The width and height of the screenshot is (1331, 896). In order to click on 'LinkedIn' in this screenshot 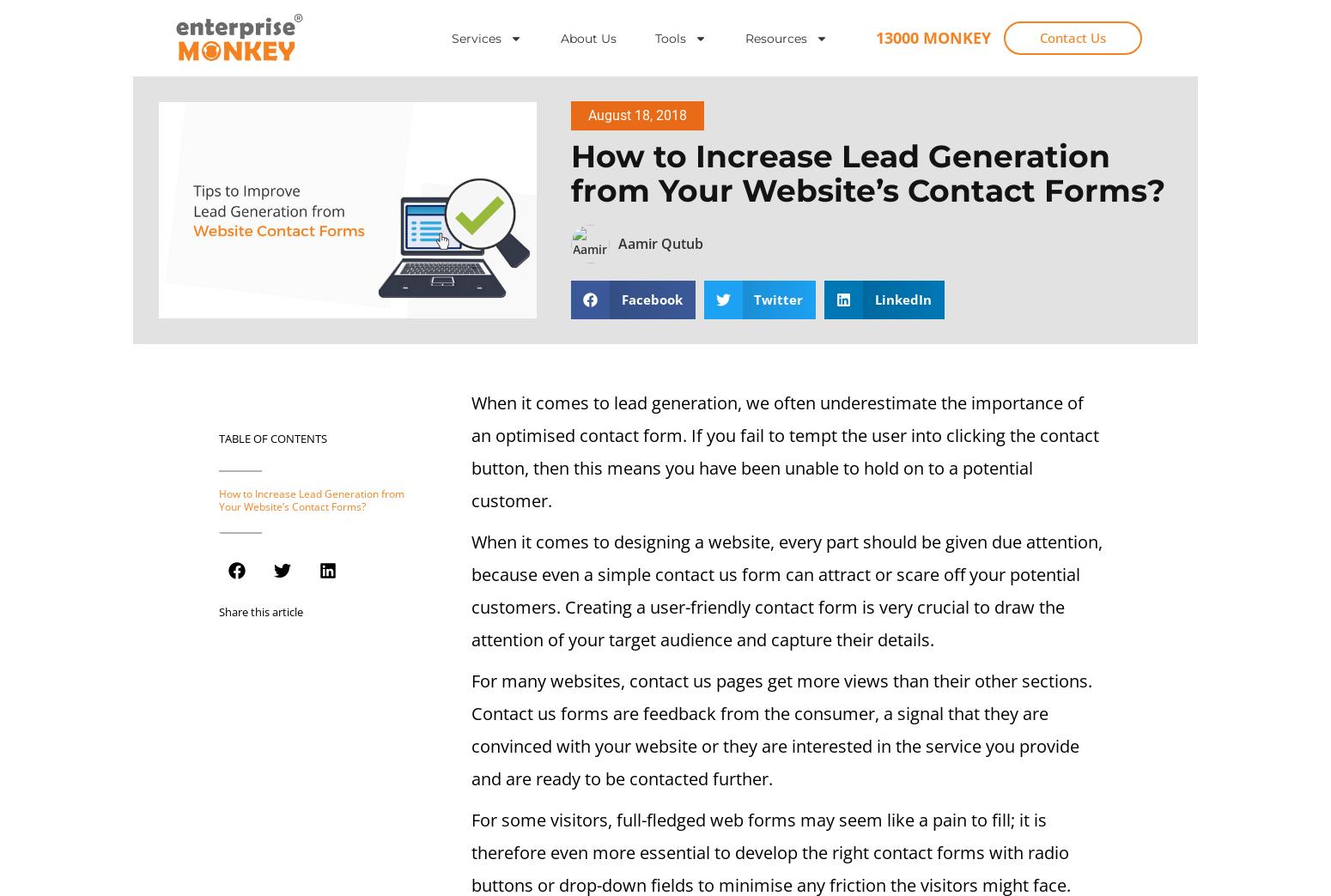, I will do `click(903, 300)`.